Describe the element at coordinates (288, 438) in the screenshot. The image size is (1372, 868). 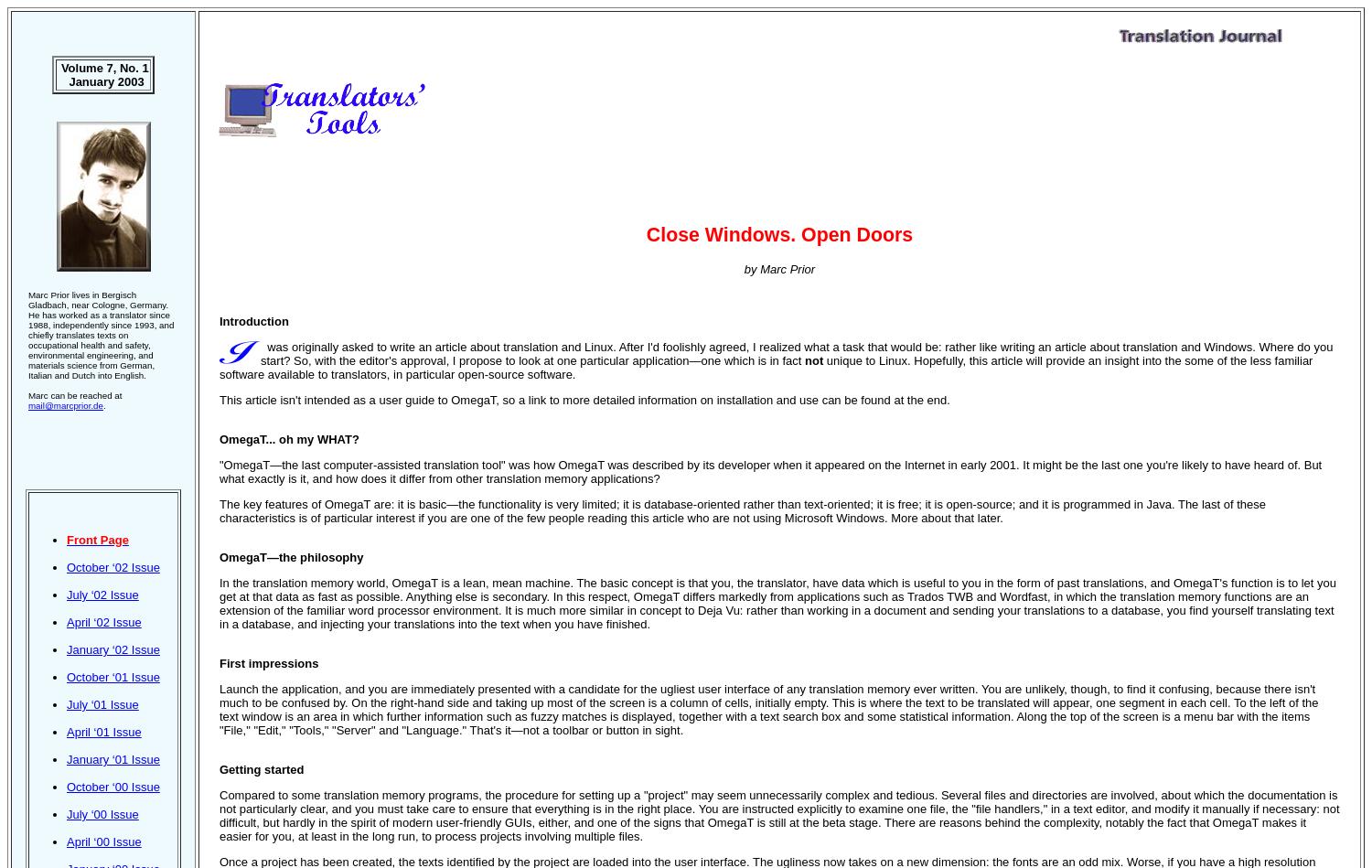
I see `'OmegaT... oh my WHAT?'` at that location.